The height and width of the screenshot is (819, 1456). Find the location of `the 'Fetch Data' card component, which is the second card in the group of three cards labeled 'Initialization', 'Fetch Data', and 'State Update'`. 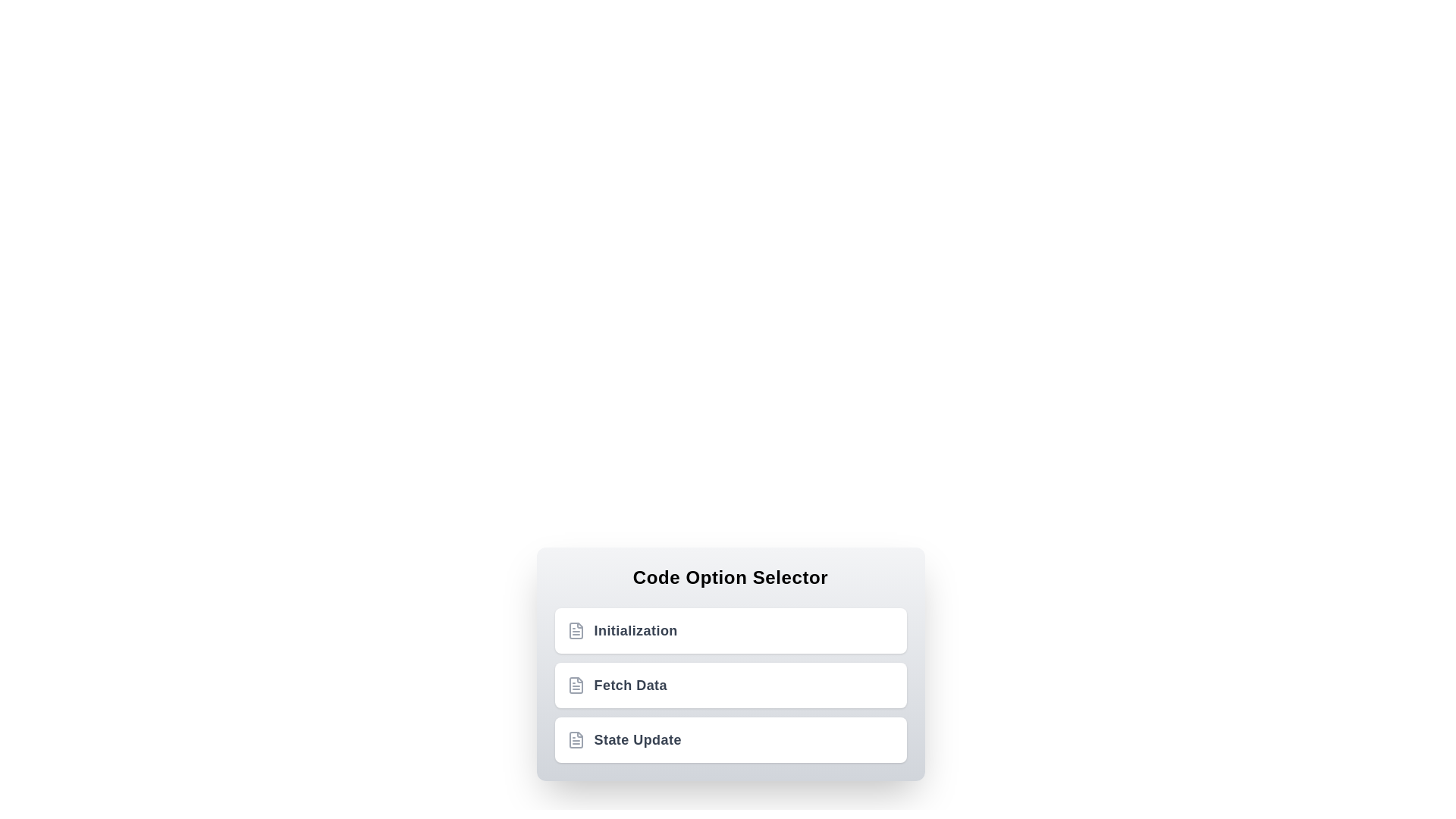

the 'Fetch Data' card component, which is the second card in the group of three cards labeled 'Initialization', 'Fetch Data', and 'State Update' is located at coordinates (730, 685).